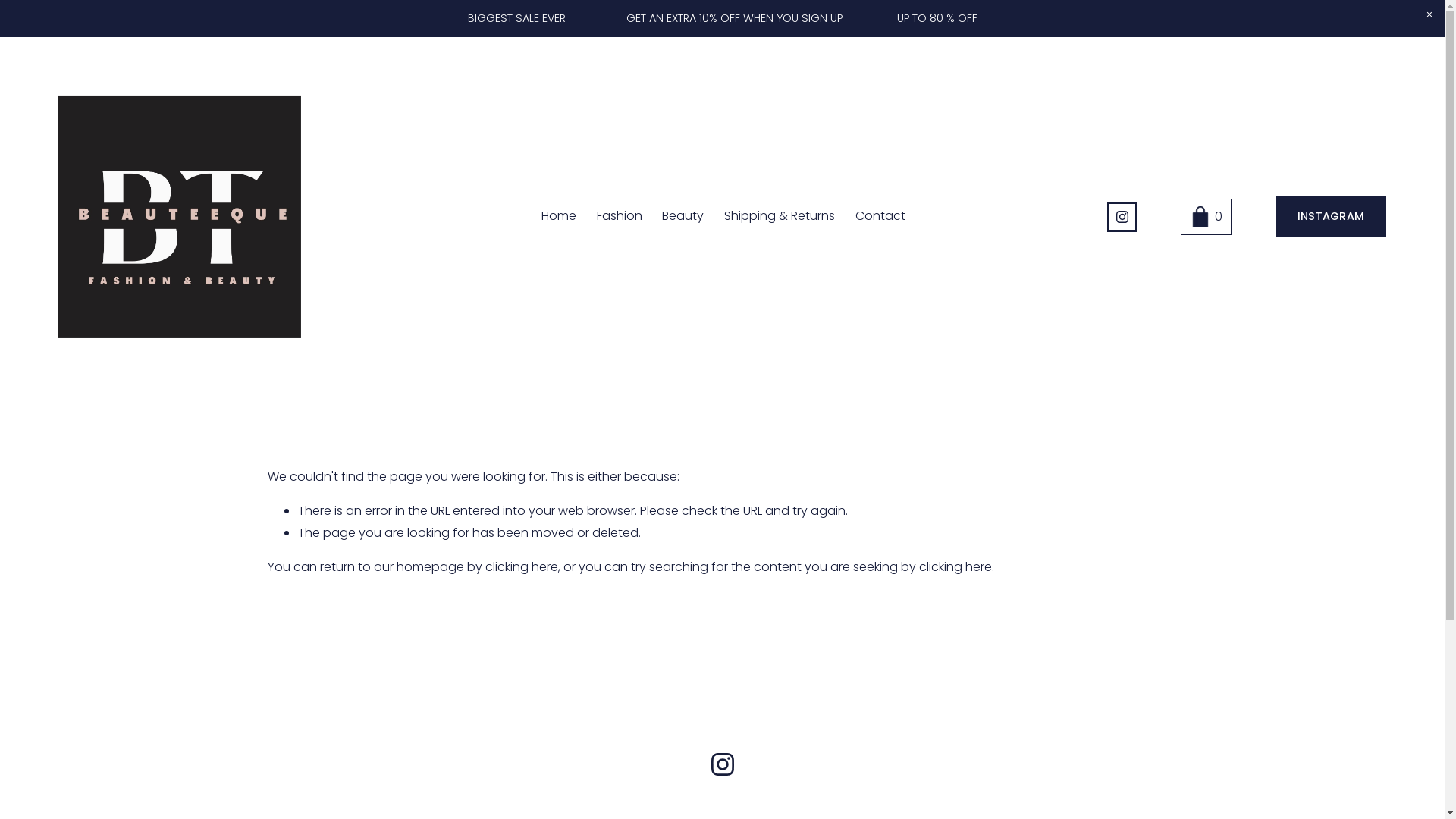  What do you see at coordinates (619, 216) in the screenshot?
I see `'Fashion'` at bounding box center [619, 216].